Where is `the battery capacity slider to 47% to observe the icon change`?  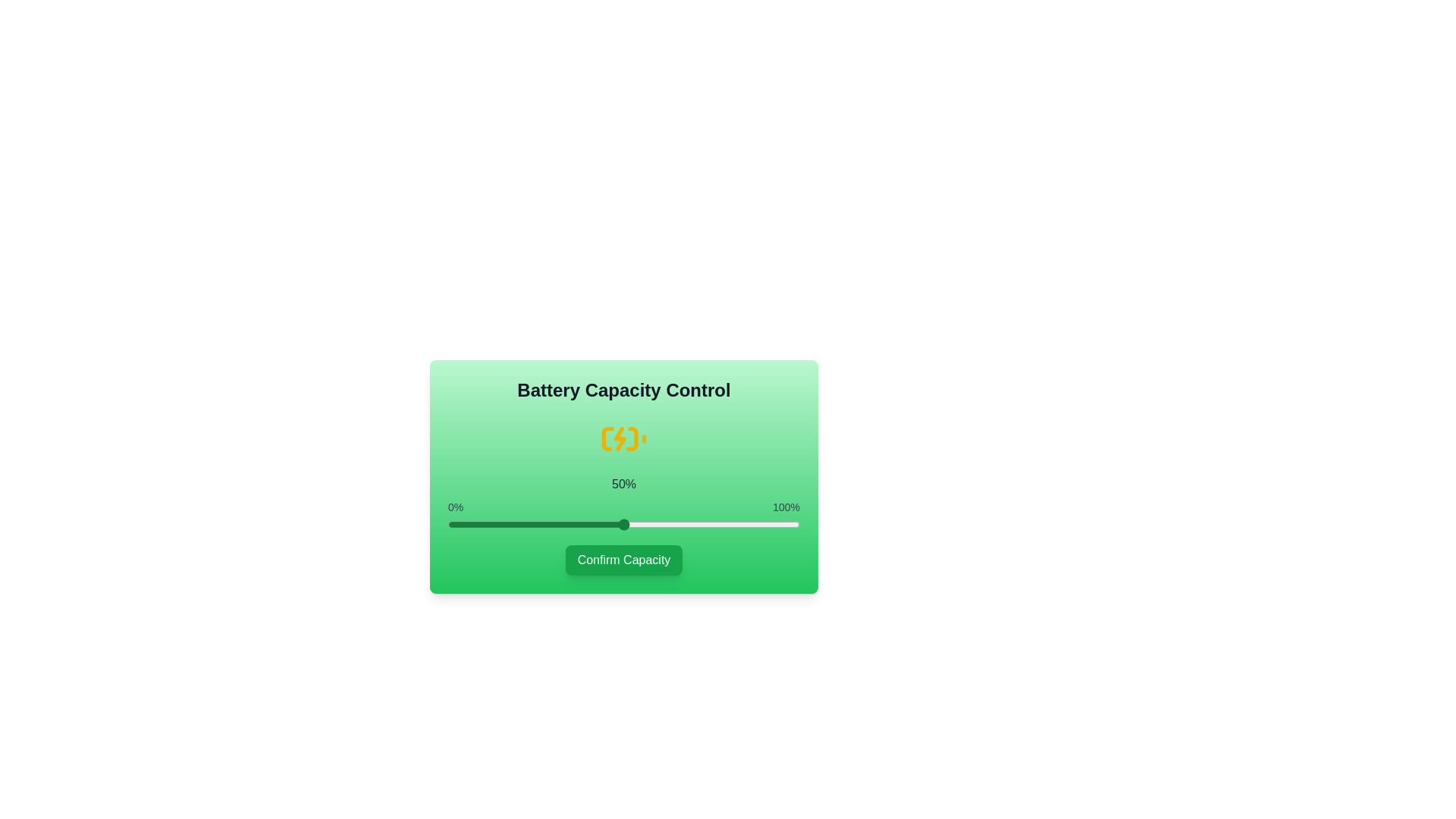 the battery capacity slider to 47% to observe the icon change is located at coordinates (613, 523).